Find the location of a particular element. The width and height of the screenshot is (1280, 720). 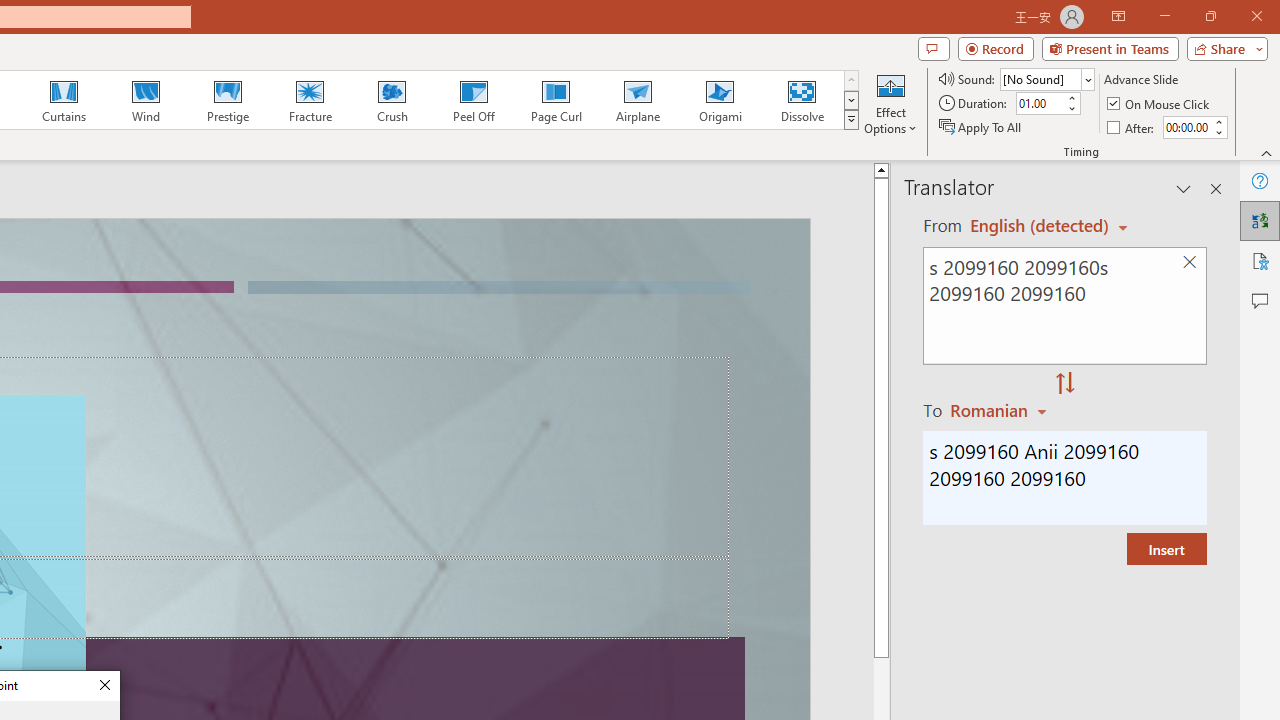

'Effect Options' is located at coordinates (889, 103).